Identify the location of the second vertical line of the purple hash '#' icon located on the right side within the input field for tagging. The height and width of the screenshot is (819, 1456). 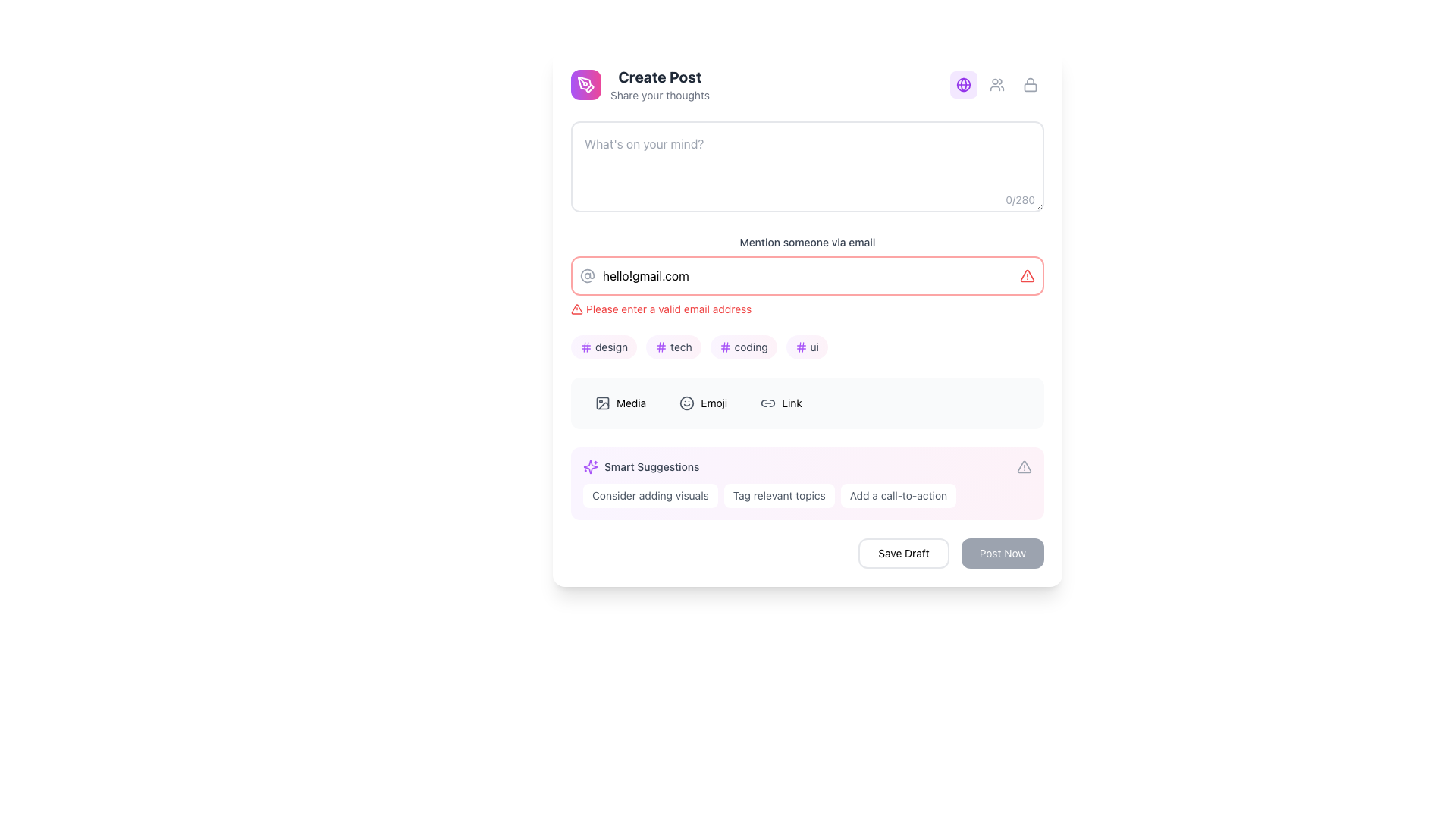
(802, 347).